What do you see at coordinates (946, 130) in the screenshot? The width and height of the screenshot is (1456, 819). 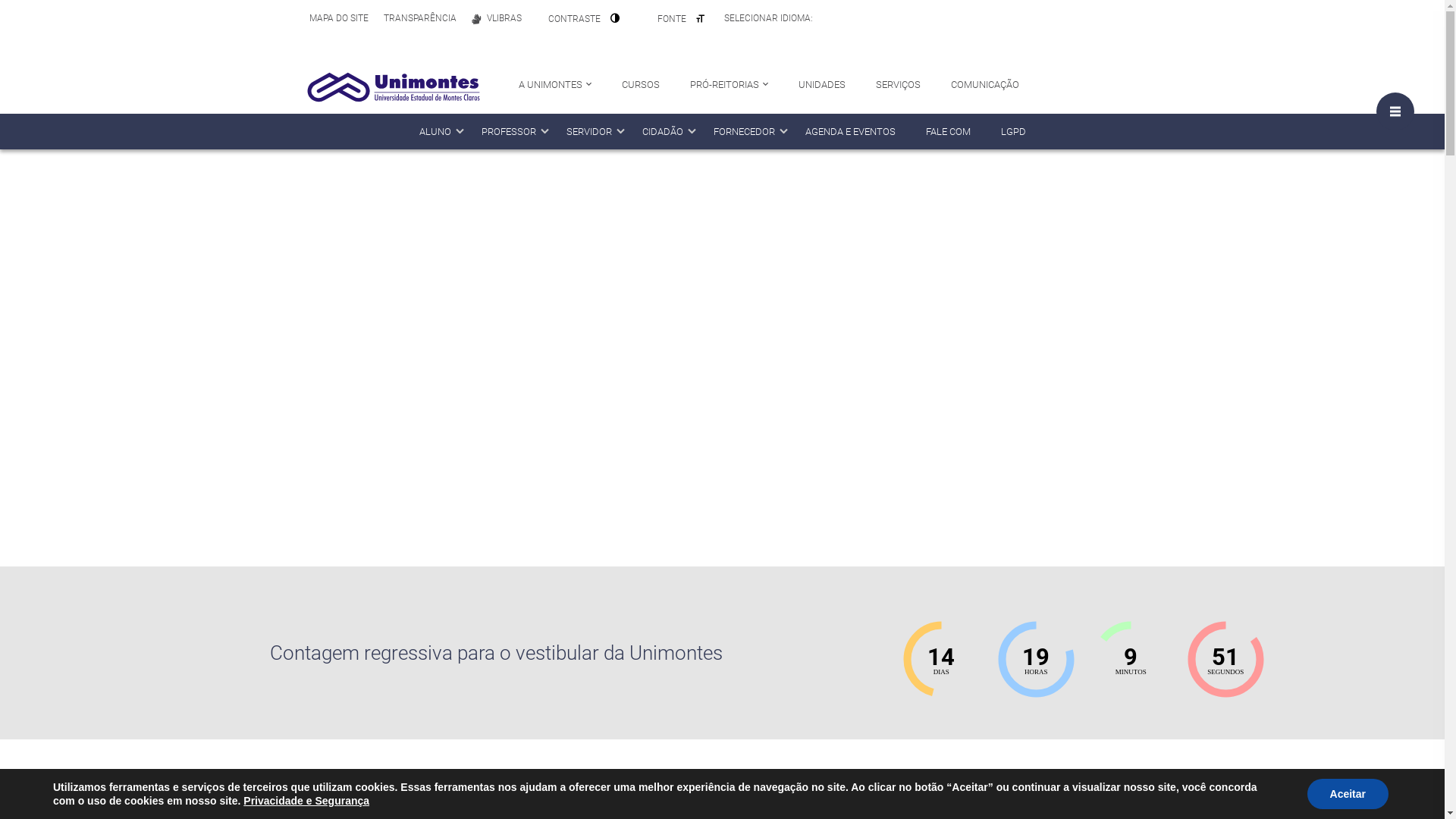 I see `'FALE COM'` at bounding box center [946, 130].